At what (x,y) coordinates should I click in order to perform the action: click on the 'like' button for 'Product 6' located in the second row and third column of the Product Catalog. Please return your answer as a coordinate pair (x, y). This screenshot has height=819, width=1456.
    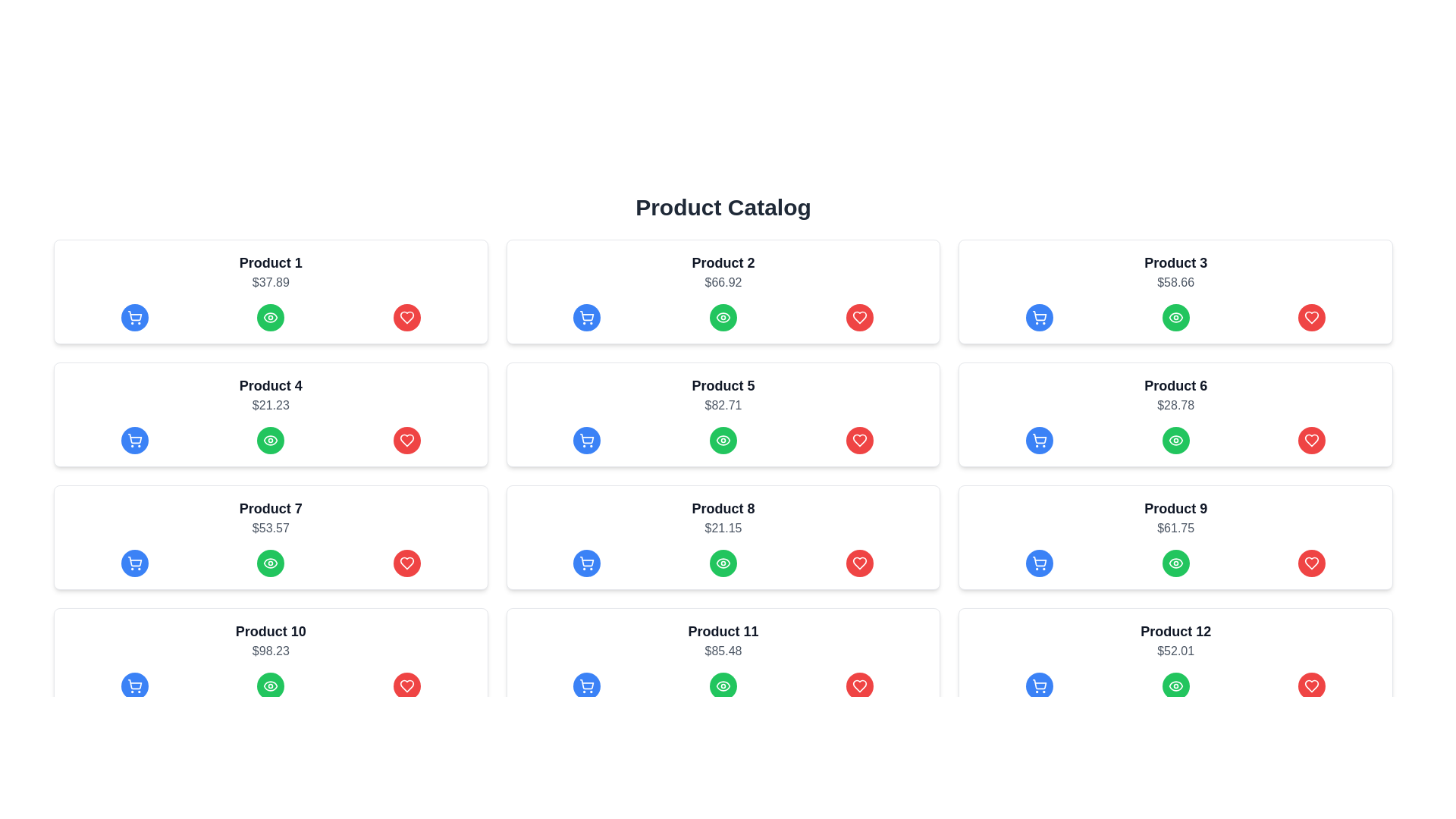
    Looking at the image, I should click on (1311, 441).